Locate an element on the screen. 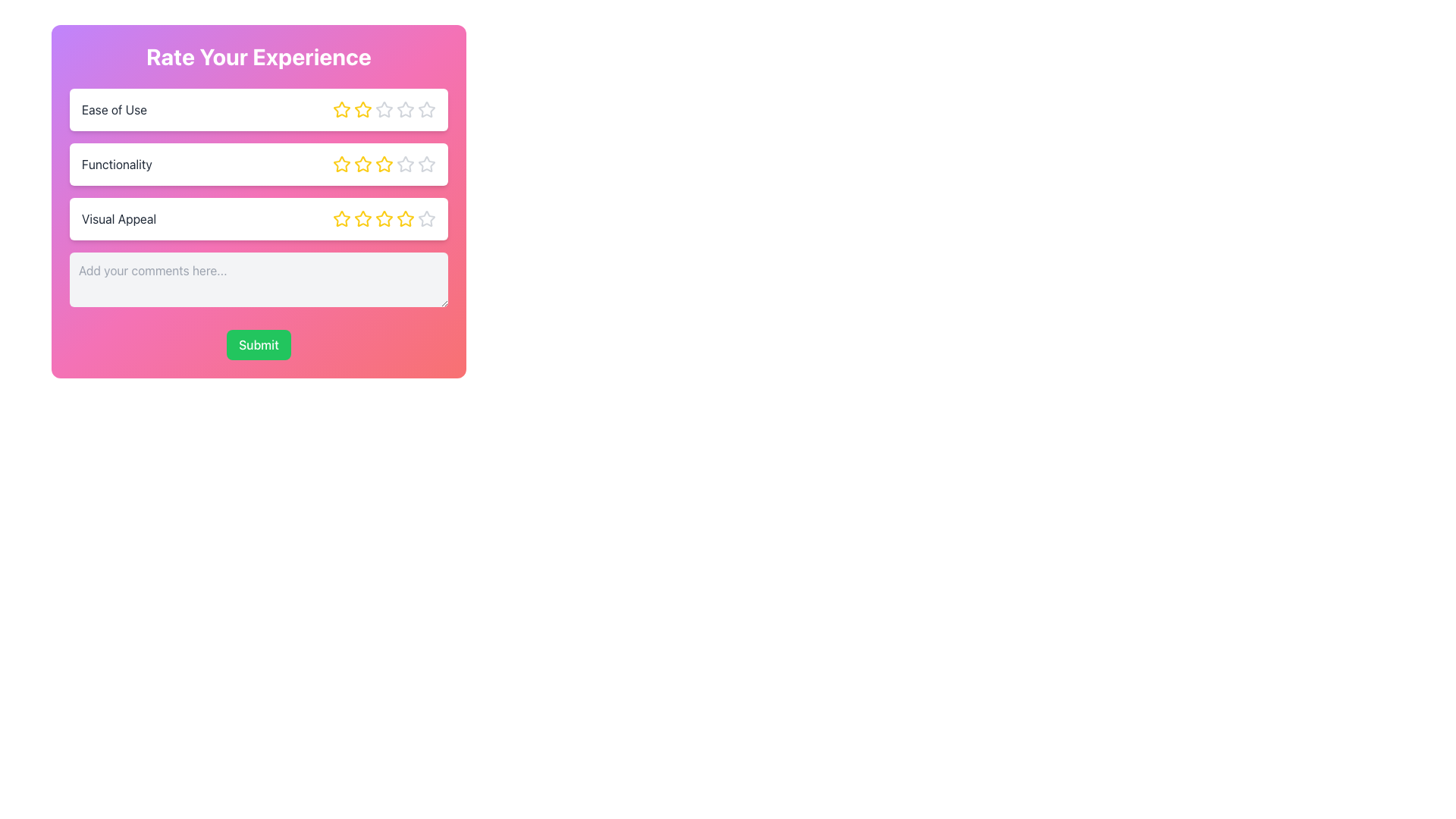 This screenshot has width=1456, height=819. the fifth star icon under the 'Functionality' row is located at coordinates (425, 164).